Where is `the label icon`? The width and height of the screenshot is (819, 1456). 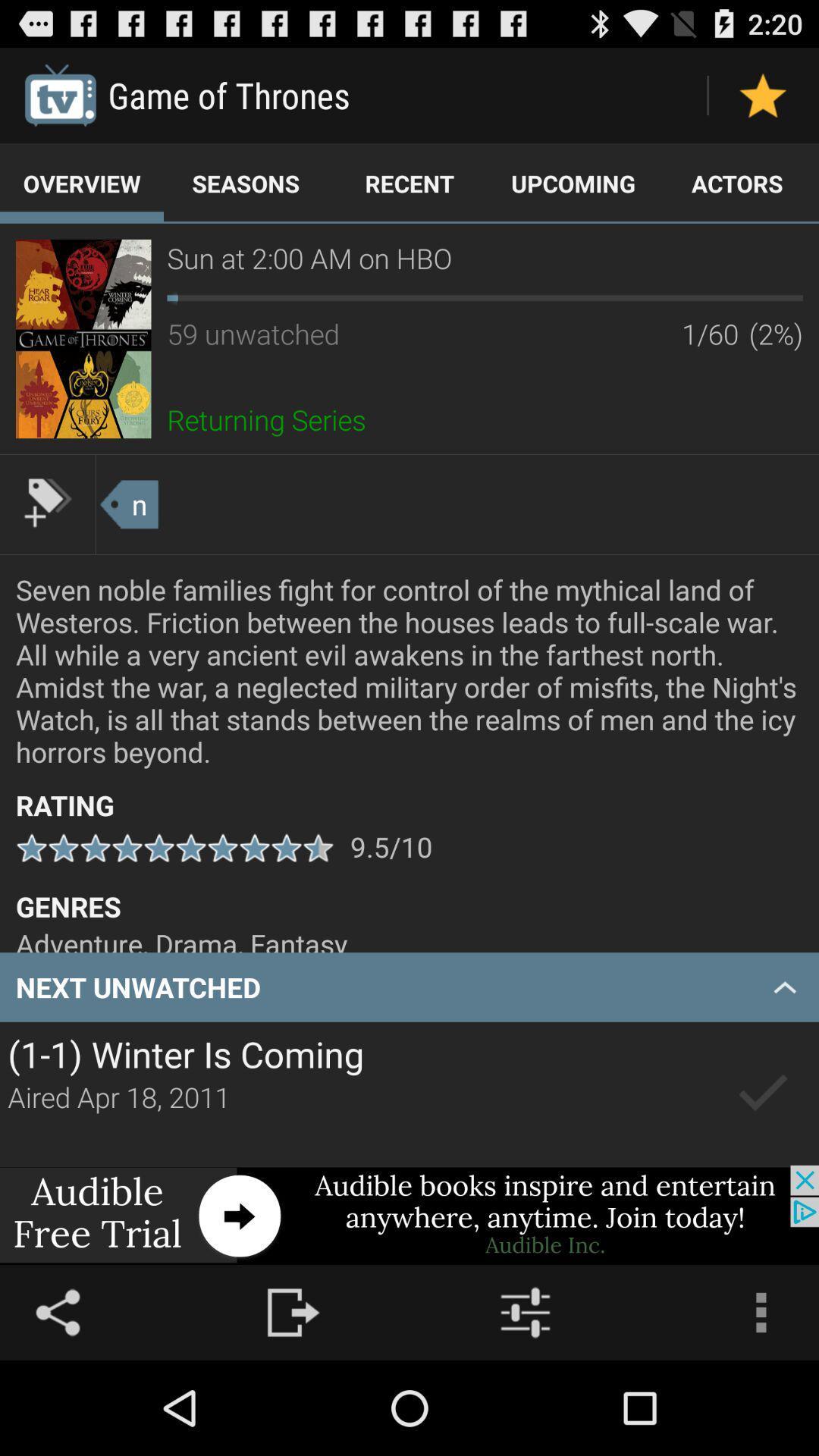
the label icon is located at coordinates (46, 538).